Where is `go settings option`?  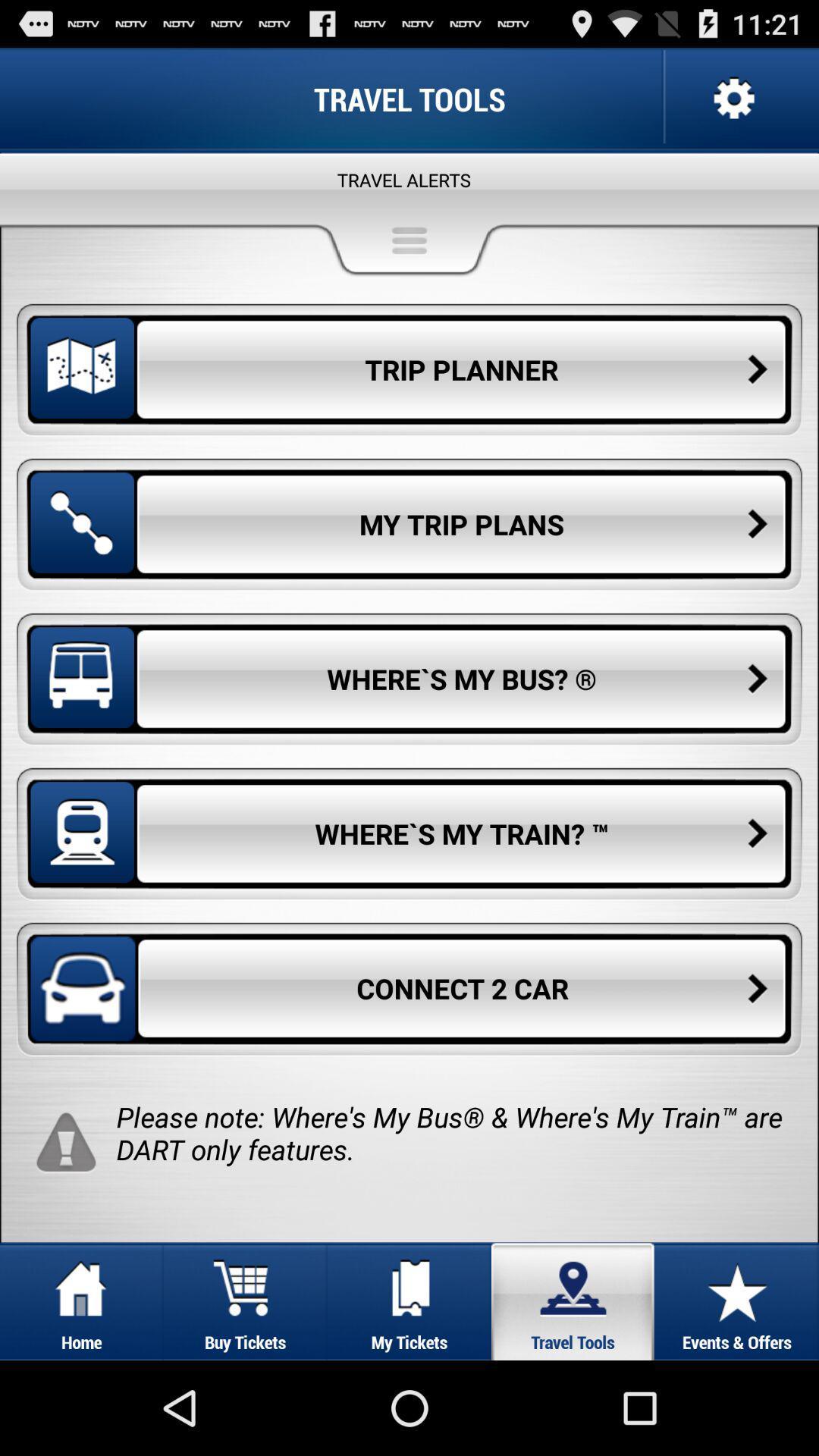
go settings option is located at coordinates (731, 98).